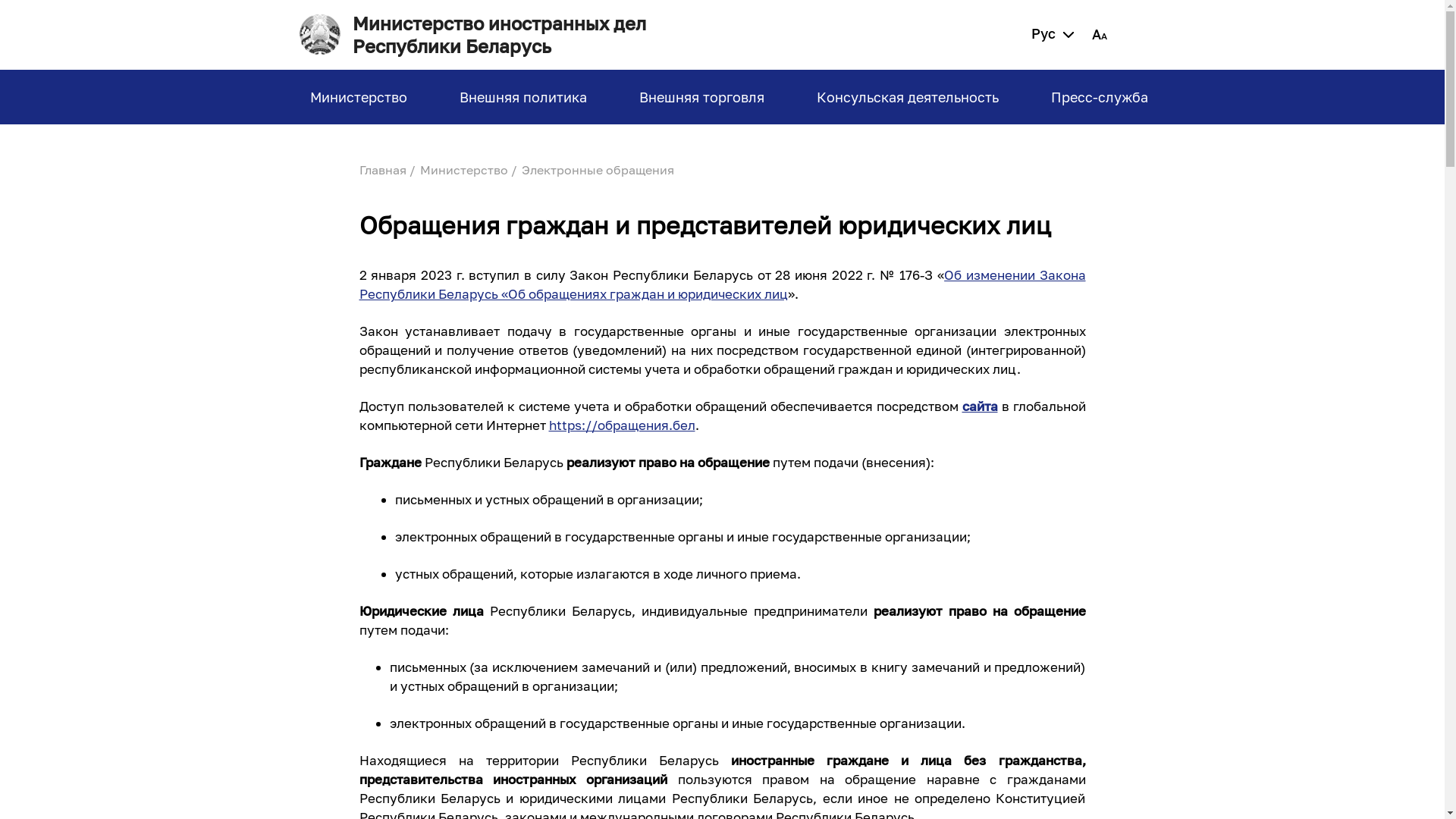 The image size is (1456, 819). I want to click on 'AA', so click(1099, 34).